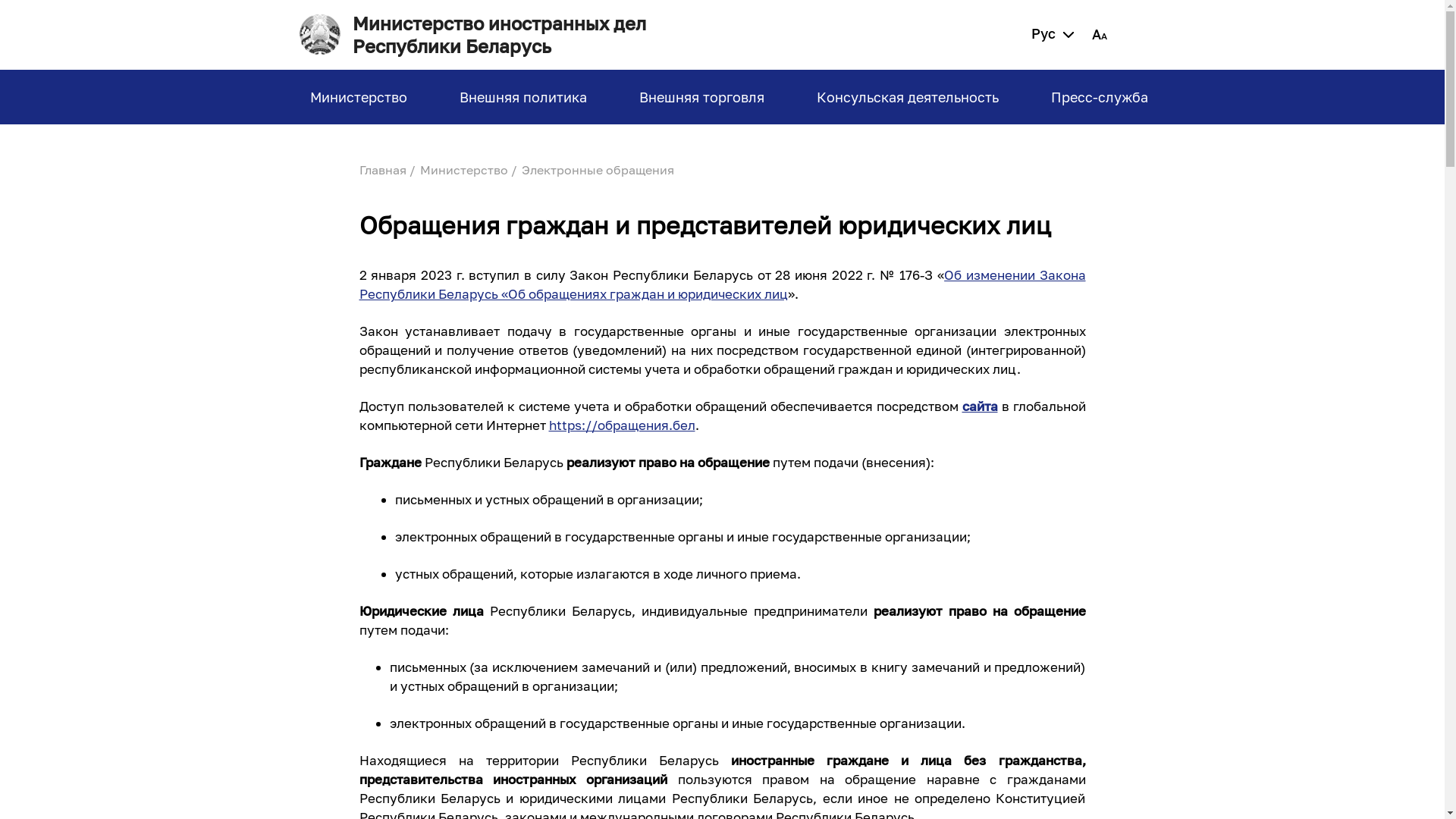 The image size is (1456, 819). I want to click on 'AA', so click(1099, 34).